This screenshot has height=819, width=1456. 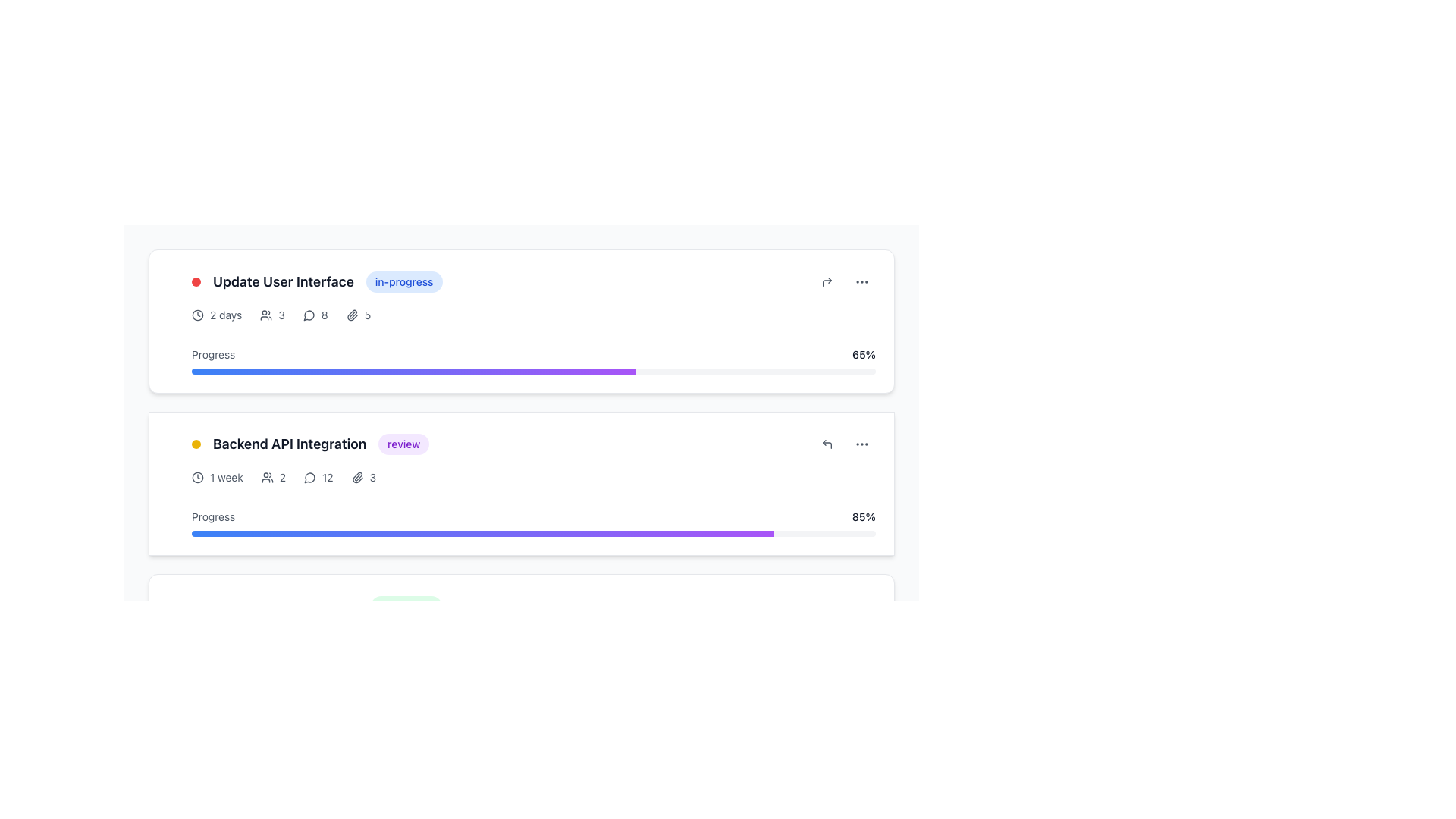 I want to click on the 'Progress' label, which displays textual content in gray color, aligned to the left above a progress bar in the task item 'Backend API Integration', so click(x=212, y=516).